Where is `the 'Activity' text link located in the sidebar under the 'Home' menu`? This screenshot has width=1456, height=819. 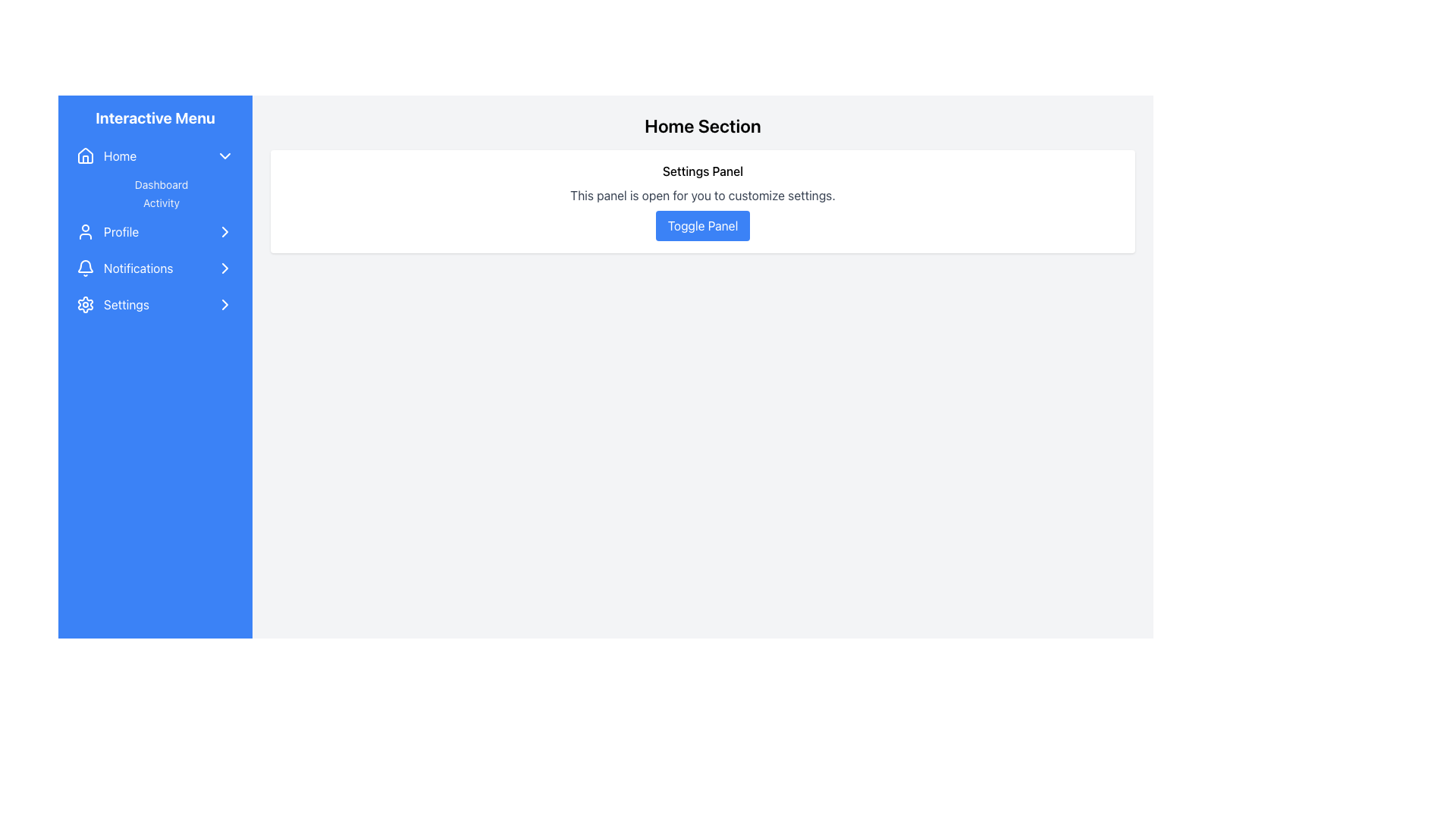 the 'Activity' text link located in the sidebar under the 'Home' menu is located at coordinates (161, 193).